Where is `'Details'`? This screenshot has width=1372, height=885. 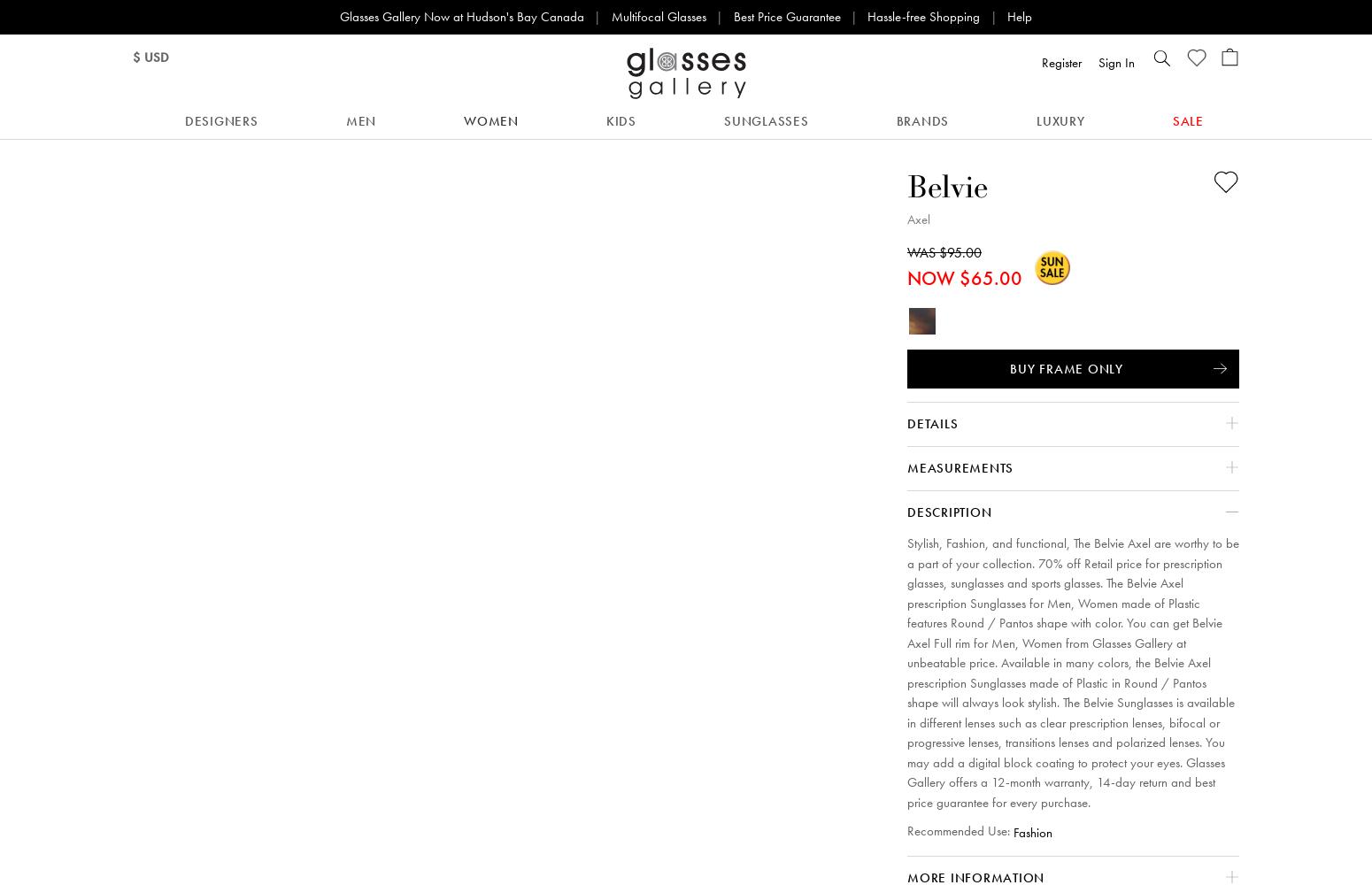 'Details' is located at coordinates (932, 423).